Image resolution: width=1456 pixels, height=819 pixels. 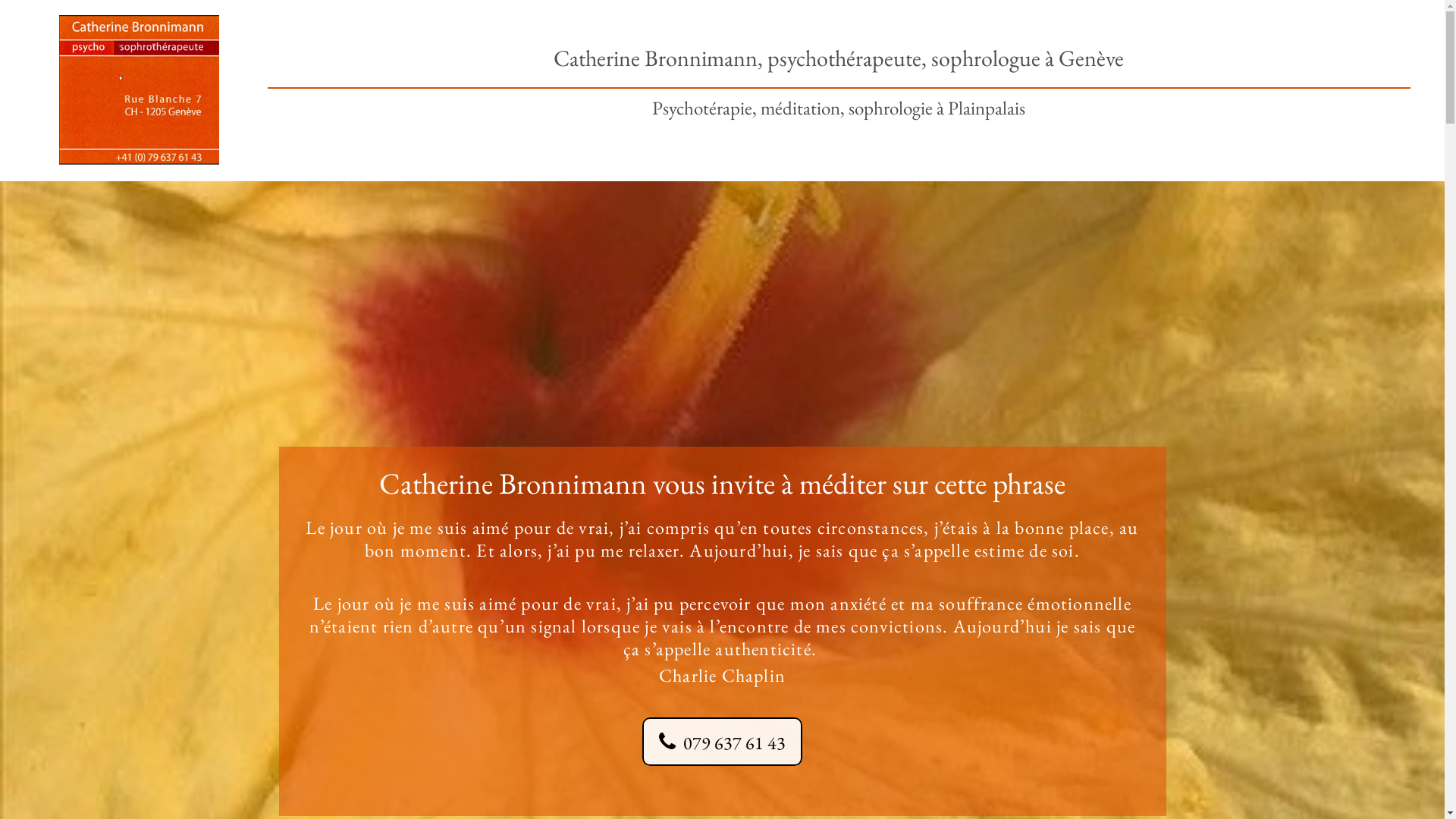 I want to click on '079 637 61 43', so click(x=721, y=741).